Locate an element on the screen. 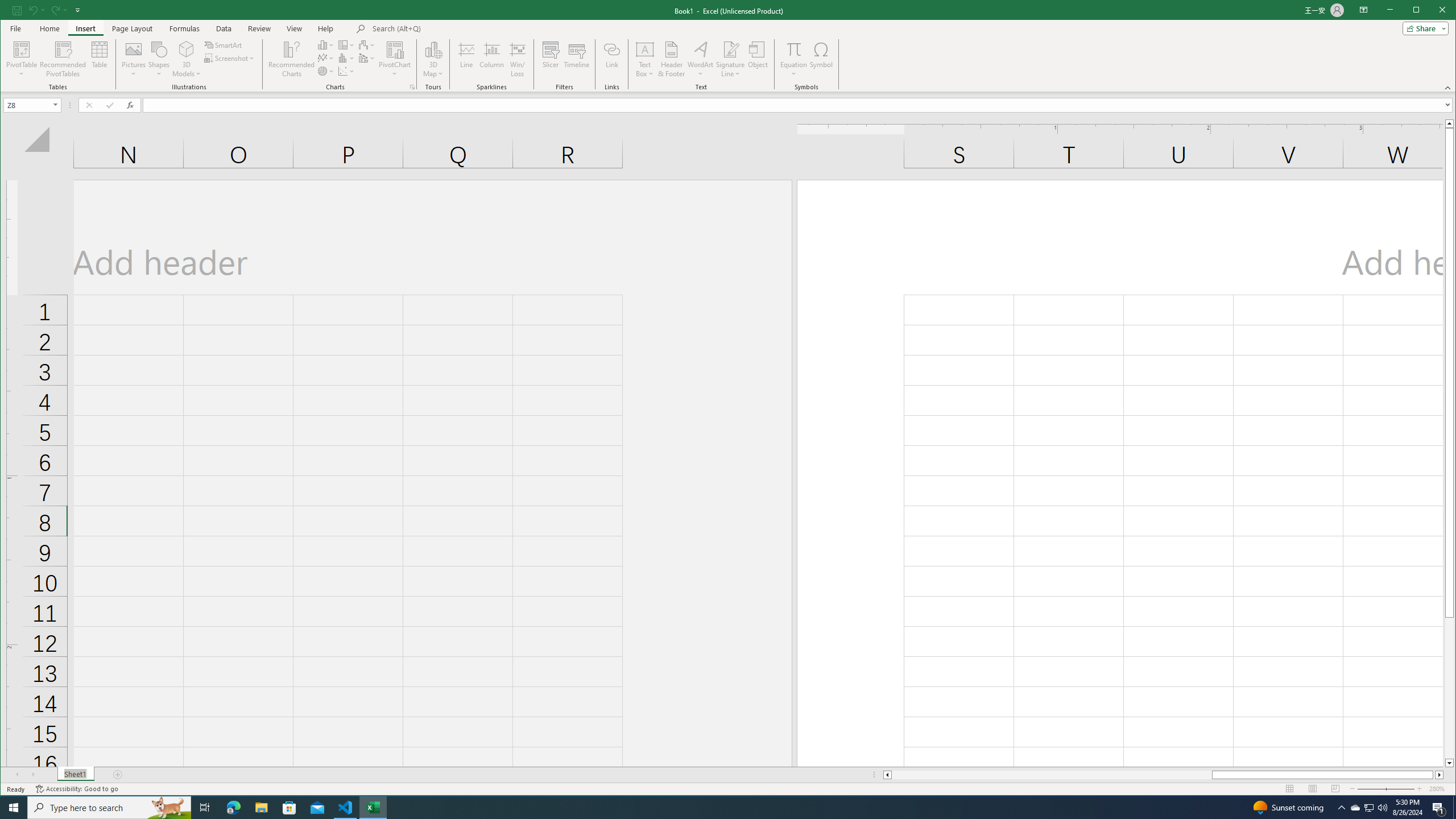  'PivotTable' is located at coordinates (22, 59).